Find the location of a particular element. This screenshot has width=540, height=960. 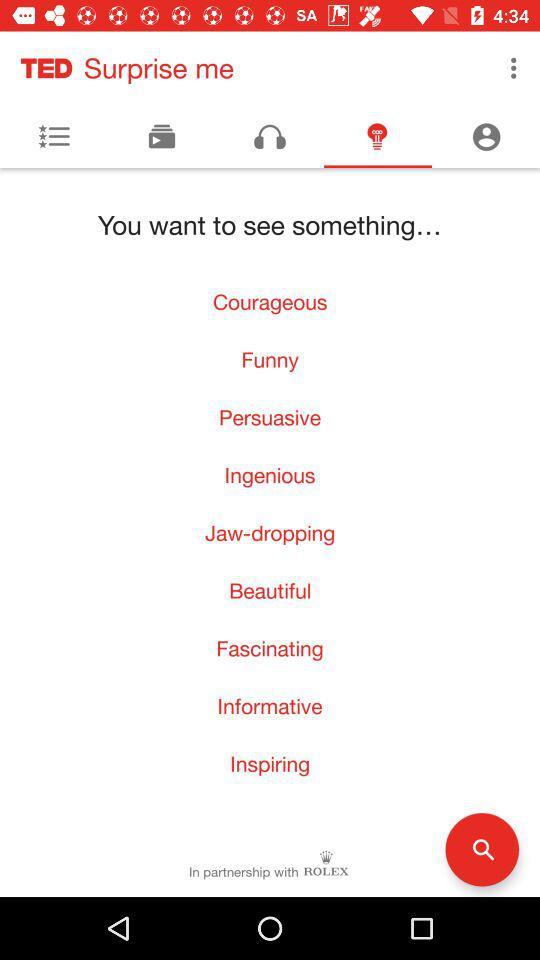

the item below ingenious icon is located at coordinates (270, 531).